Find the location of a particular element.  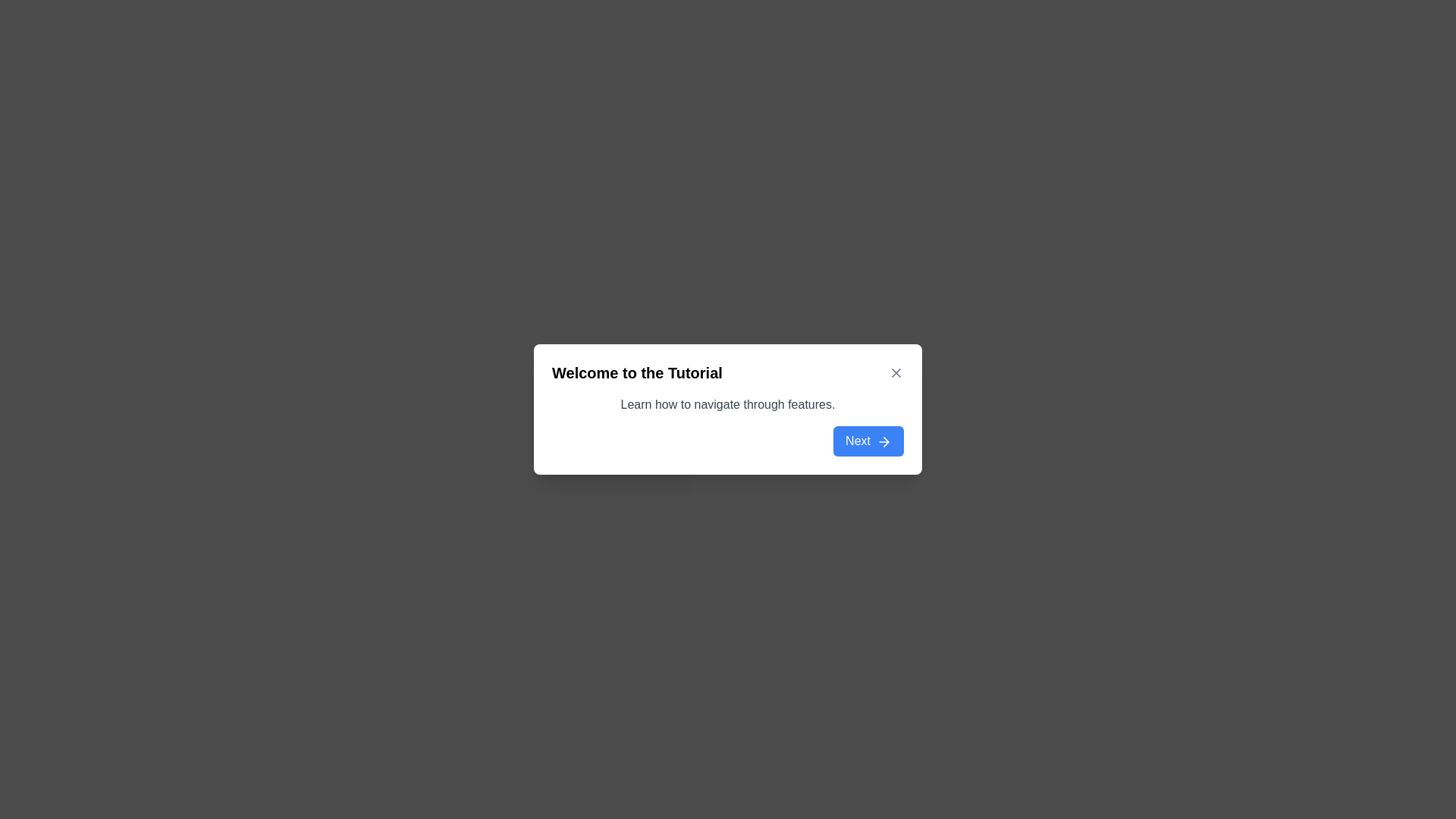

the prominent button located at the bottom-right corner of the modal window is located at coordinates (868, 441).